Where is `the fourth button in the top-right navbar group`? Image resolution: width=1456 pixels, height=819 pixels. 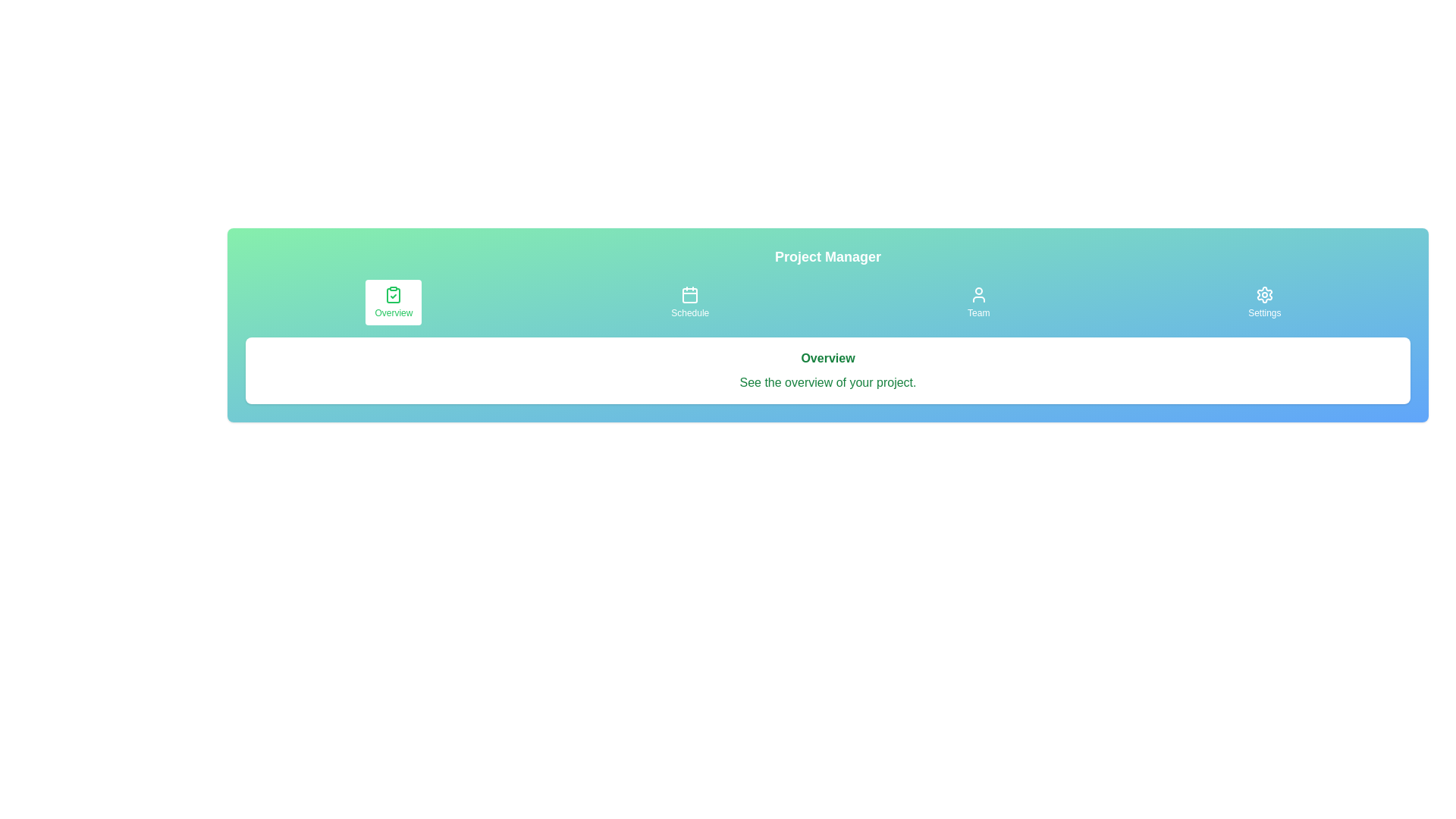
the fourth button in the top-right navbar group is located at coordinates (1264, 302).